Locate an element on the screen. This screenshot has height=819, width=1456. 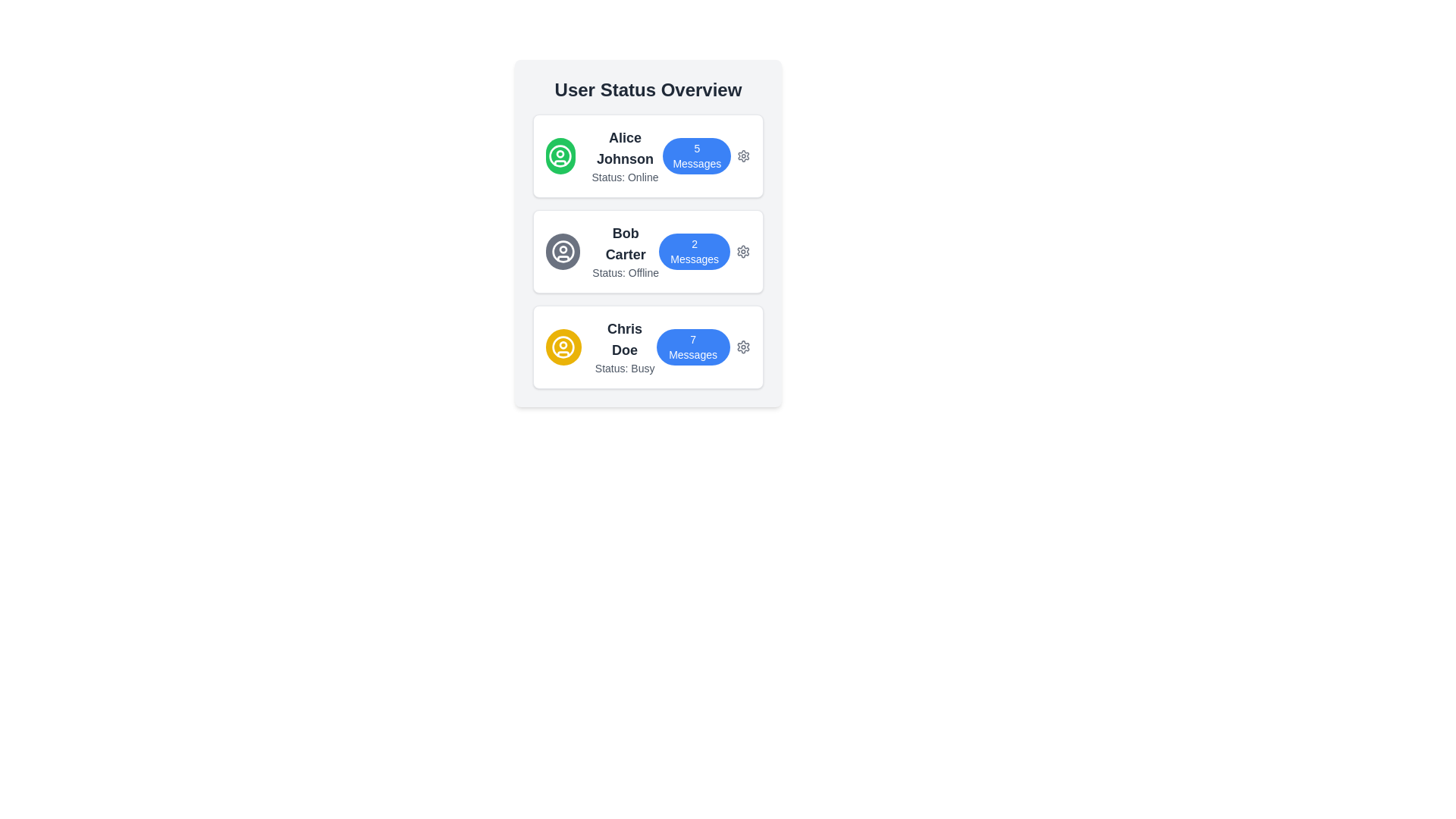
the user avatar representing 'Bob Carter', located in the second row of the user status list is located at coordinates (562, 250).